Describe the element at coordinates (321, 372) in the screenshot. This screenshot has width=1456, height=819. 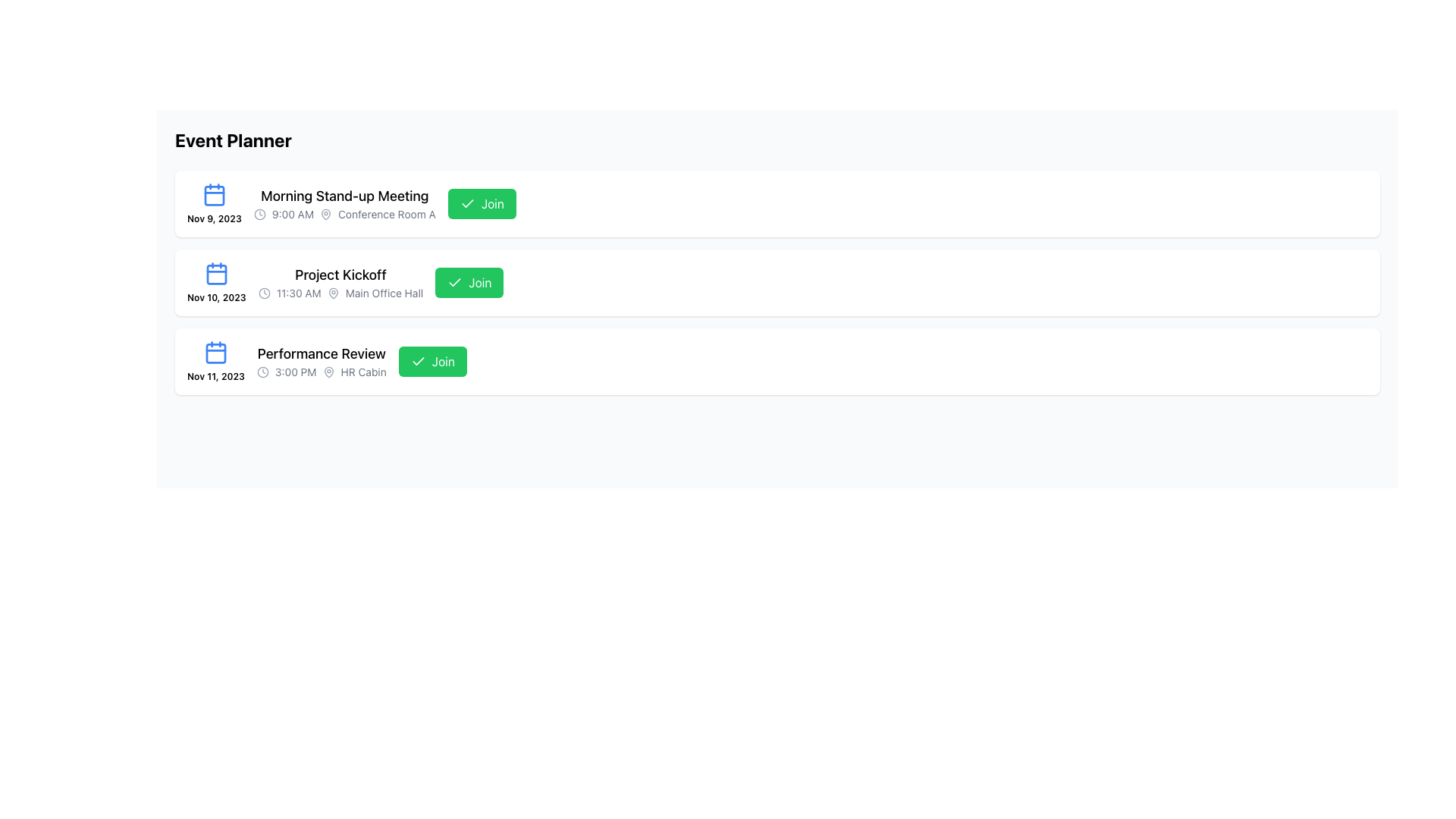
I see `displayed information from the informative label with the text '3:00 PM HR Cabin' located below the 'Performance Review' title and next to the 'Join' button` at that location.